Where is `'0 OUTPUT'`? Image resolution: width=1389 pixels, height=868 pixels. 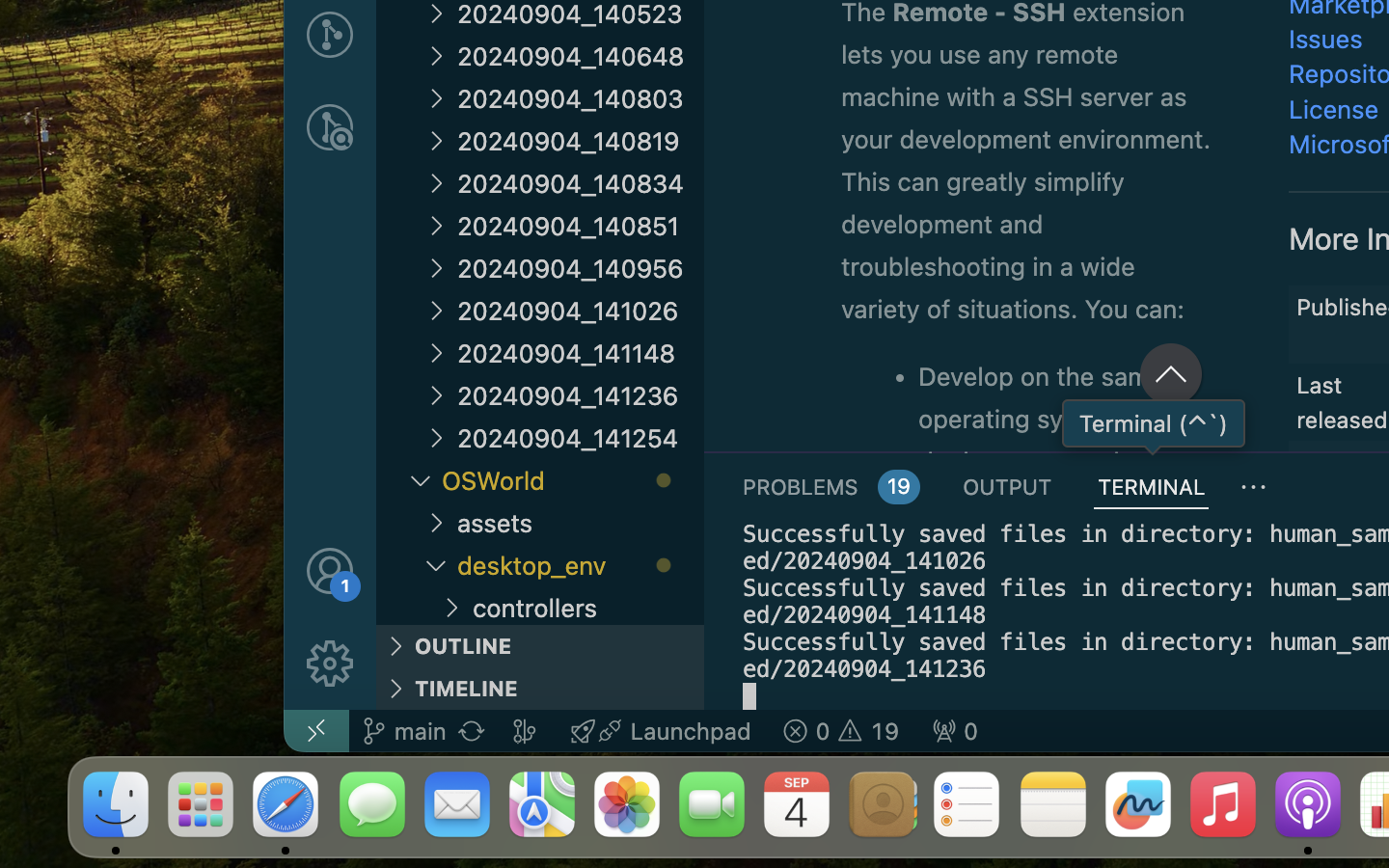 '0 OUTPUT' is located at coordinates (1008, 485).